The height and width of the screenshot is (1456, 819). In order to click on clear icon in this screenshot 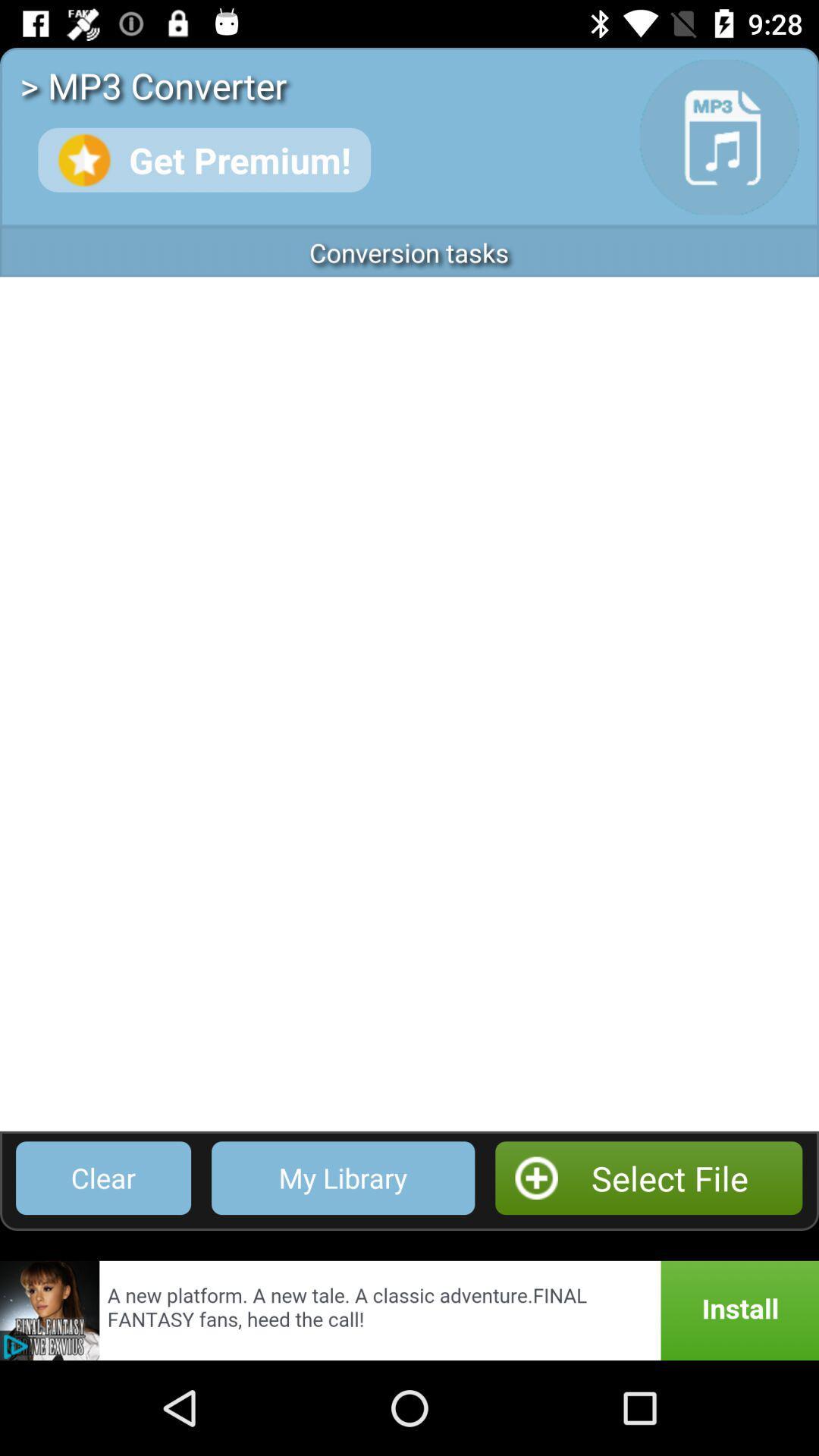, I will do `click(102, 1177)`.